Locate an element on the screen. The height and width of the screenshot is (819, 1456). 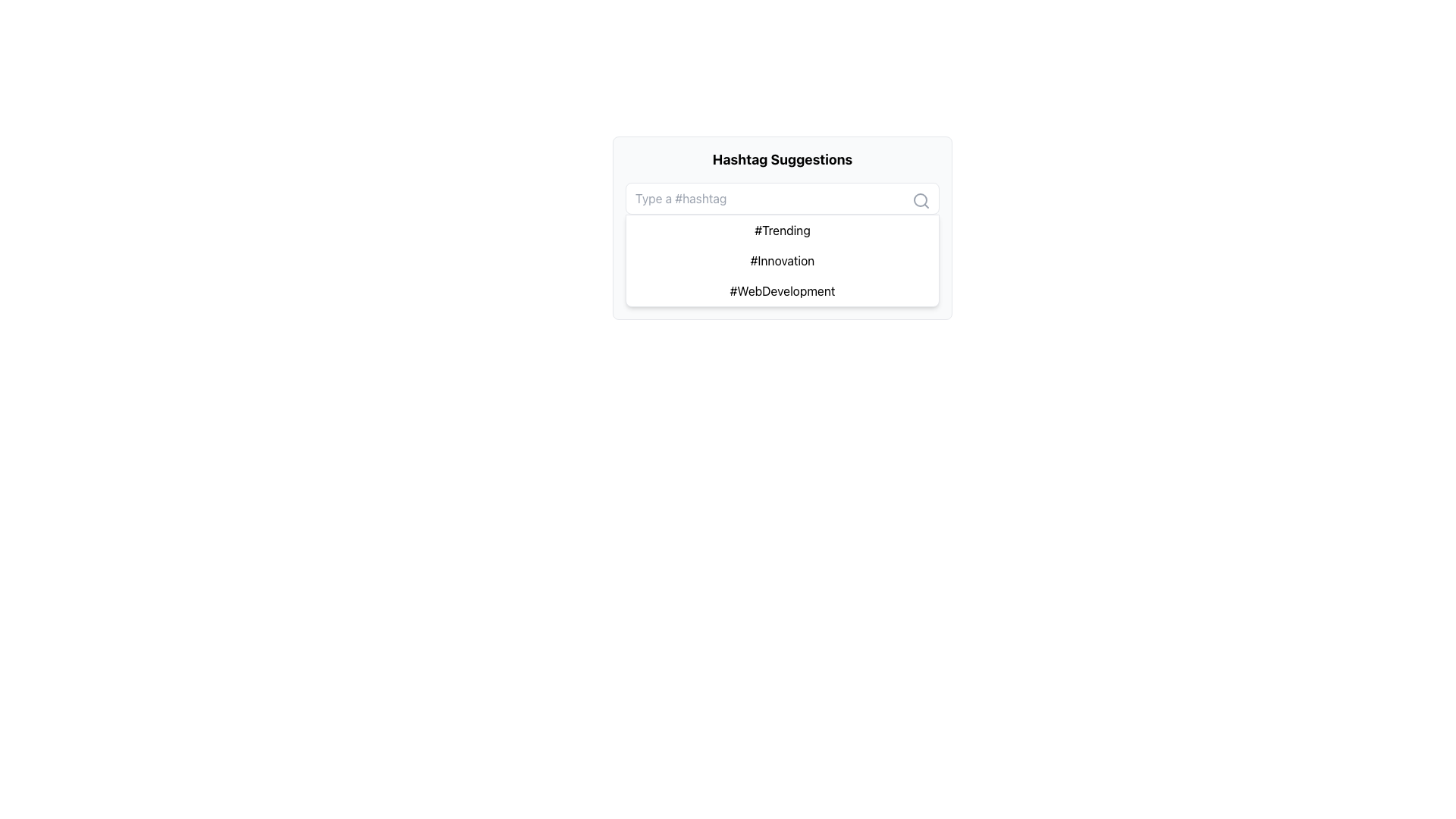
the first hashtag suggestion element located at the top of the list above '#Innovation' and '#WebDevelopment' to trigger a background change is located at coordinates (783, 231).